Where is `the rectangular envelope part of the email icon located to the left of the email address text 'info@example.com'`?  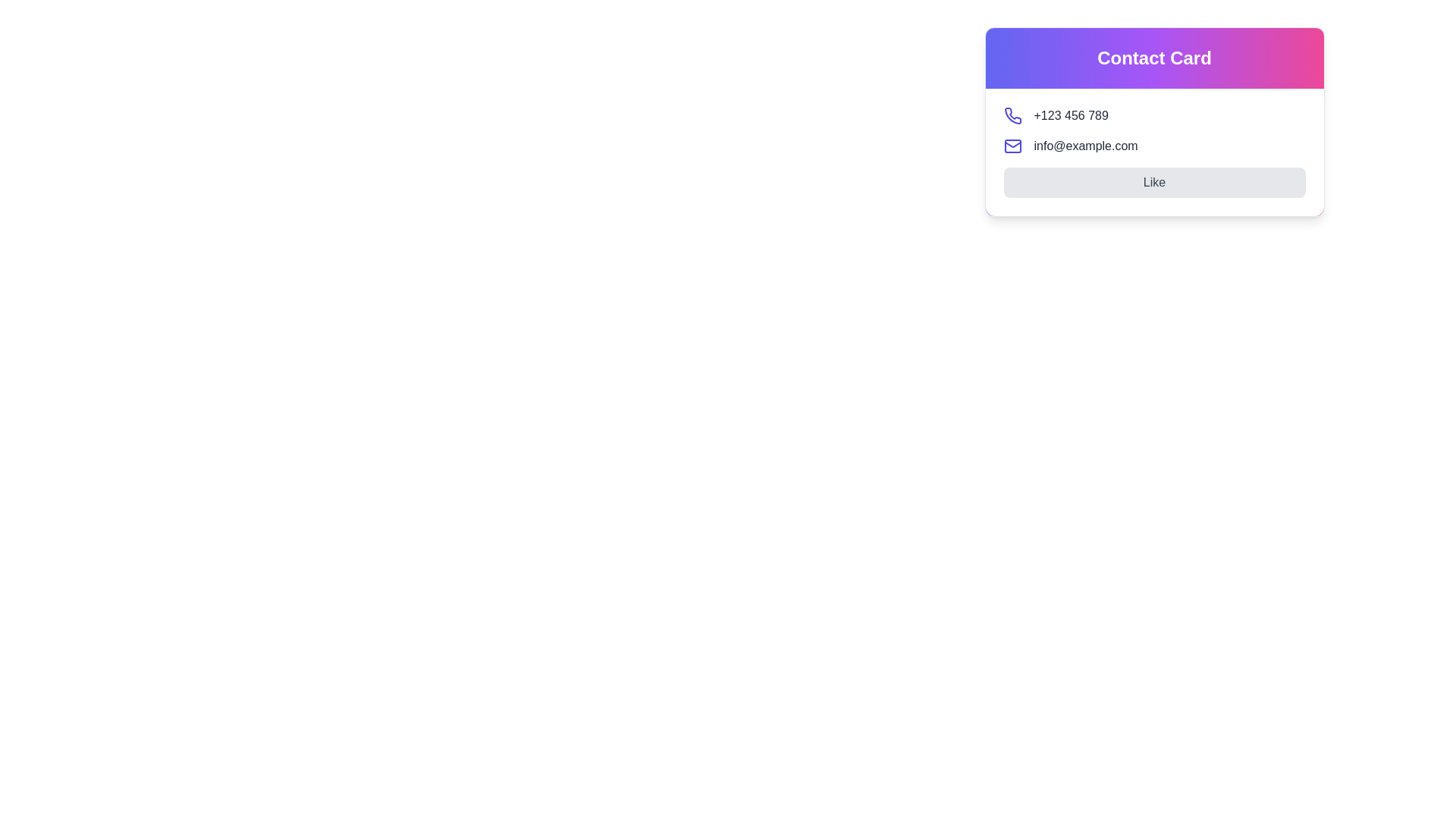
the rectangular envelope part of the email icon located to the left of the email address text 'info@example.com' is located at coordinates (1012, 146).